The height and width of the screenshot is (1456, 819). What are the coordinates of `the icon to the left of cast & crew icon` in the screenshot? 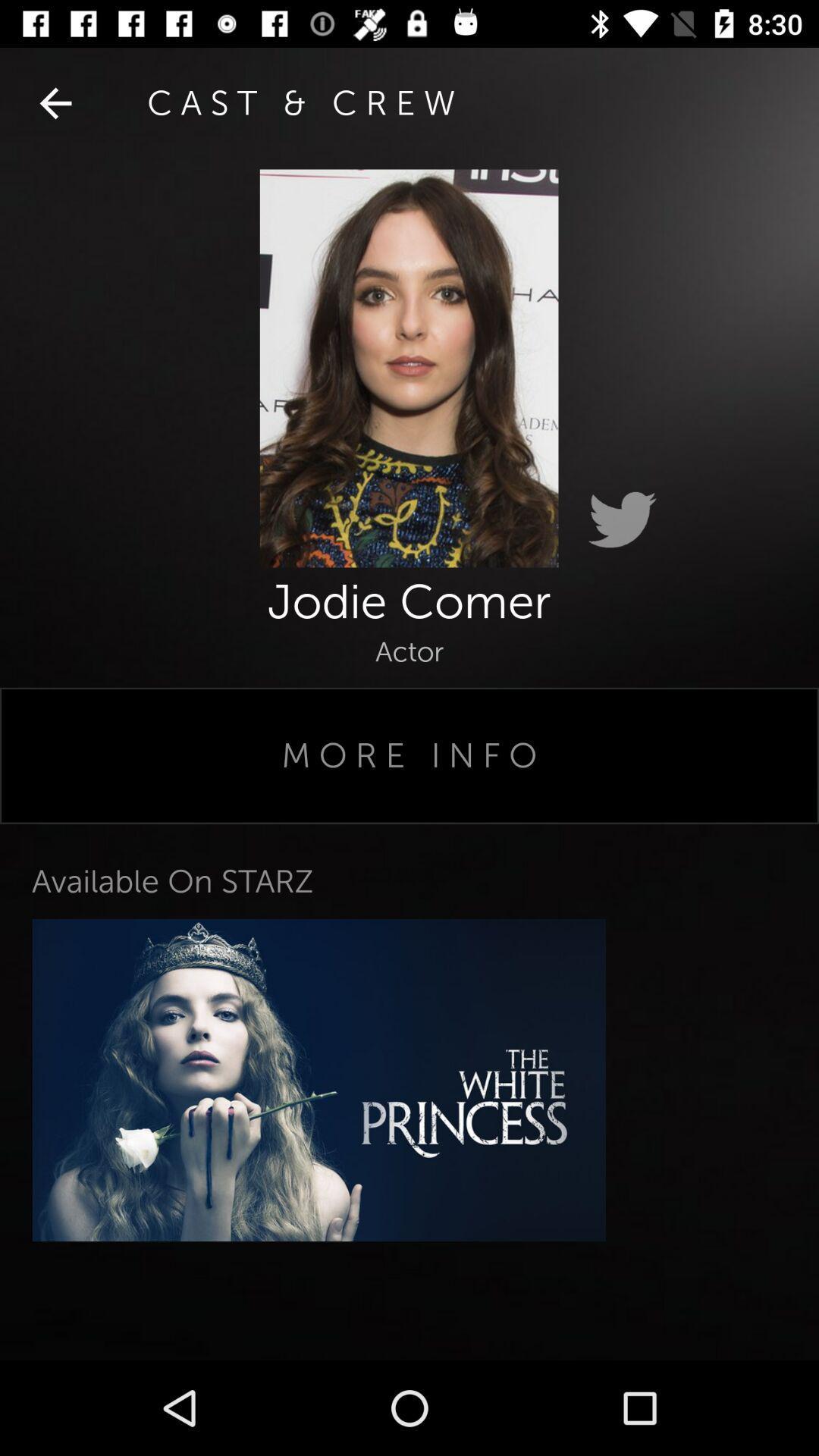 It's located at (55, 102).